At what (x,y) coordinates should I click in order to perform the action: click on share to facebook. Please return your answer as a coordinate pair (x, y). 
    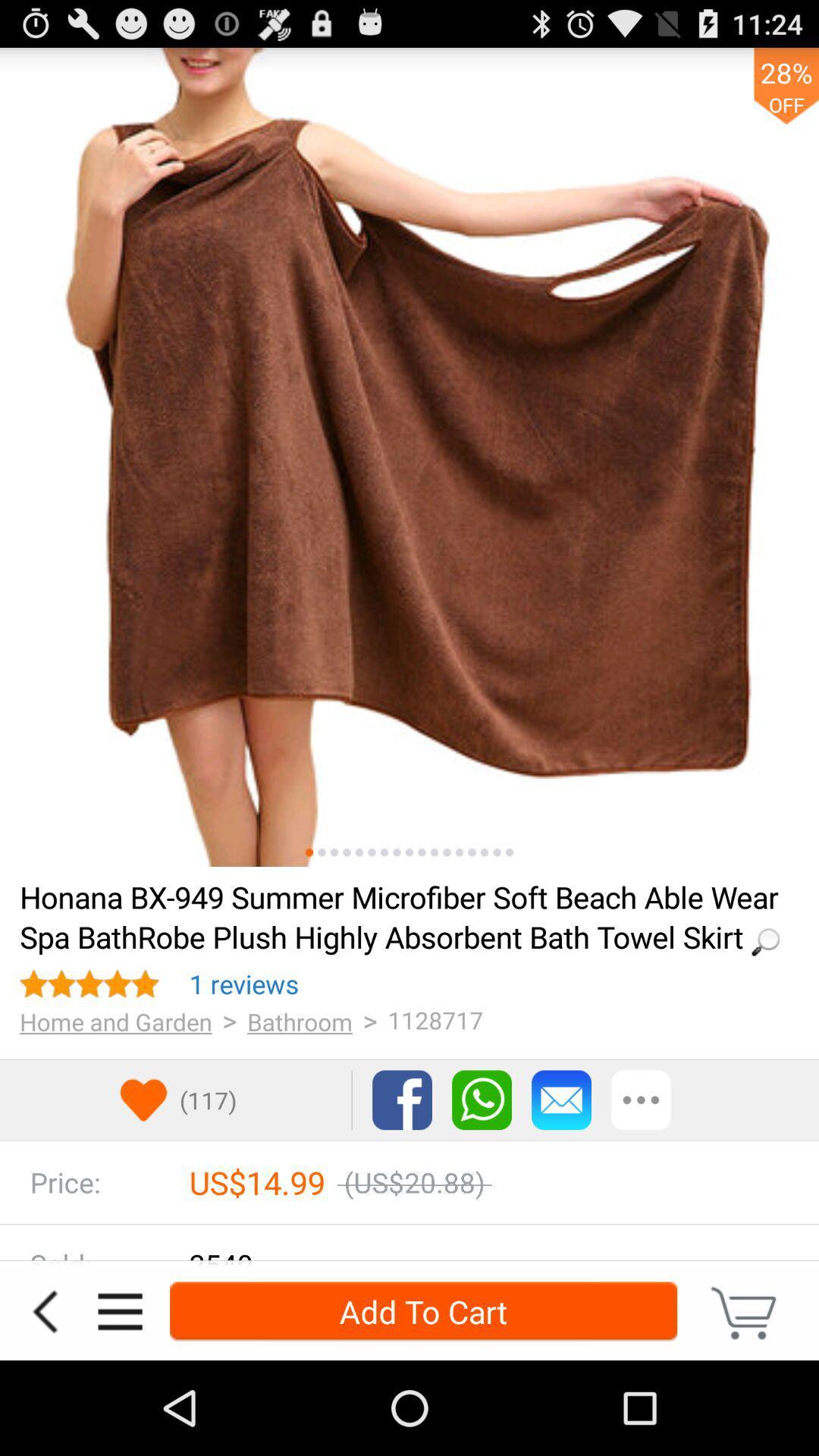
    Looking at the image, I should click on (401, 1100).